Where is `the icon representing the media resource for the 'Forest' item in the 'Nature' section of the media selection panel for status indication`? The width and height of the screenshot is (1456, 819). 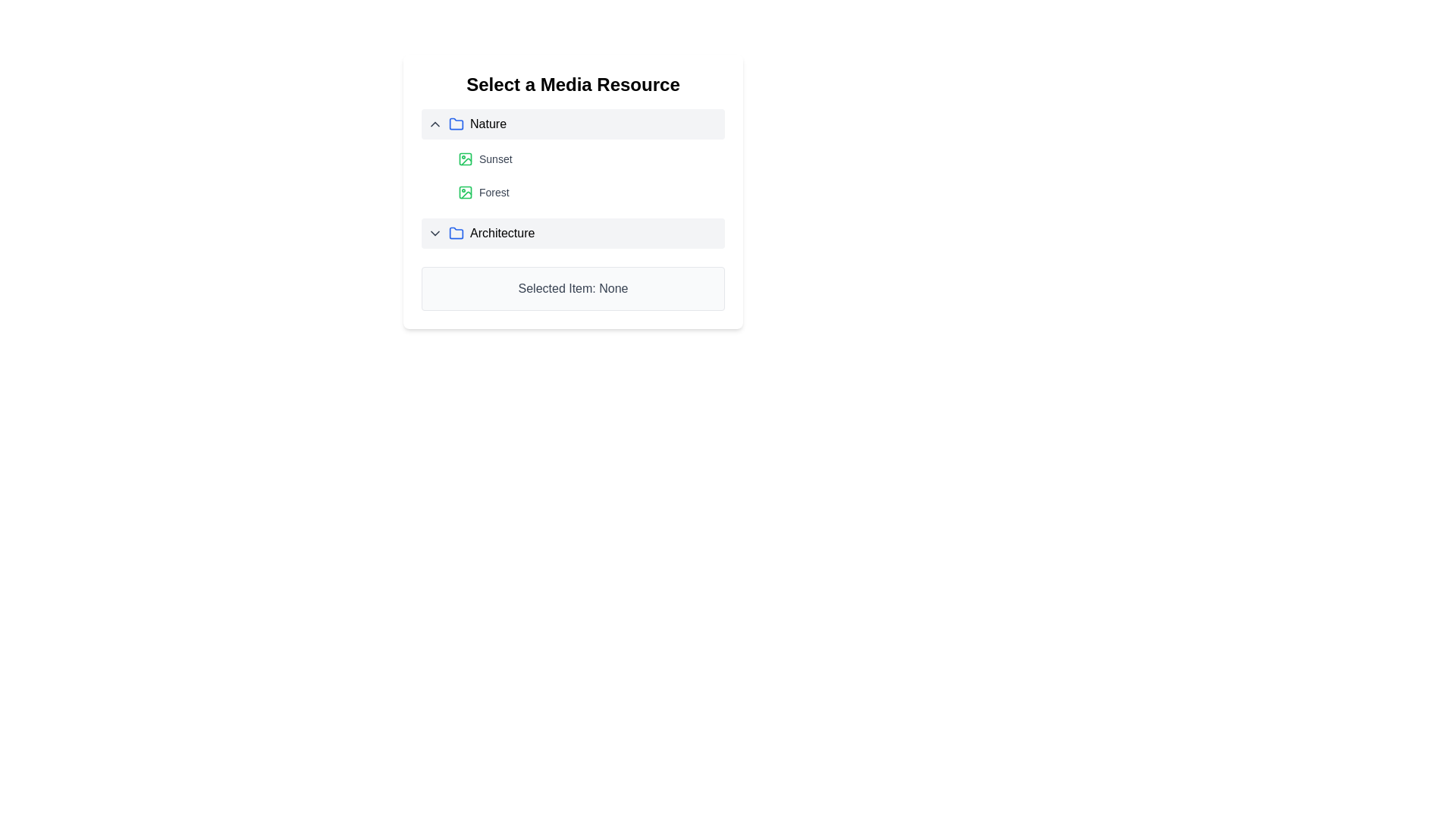
the icon representing the media resource for the 'Forest' item in the 'Nature' section of the media selection panel for status indication is located at coordinates (465, 192).